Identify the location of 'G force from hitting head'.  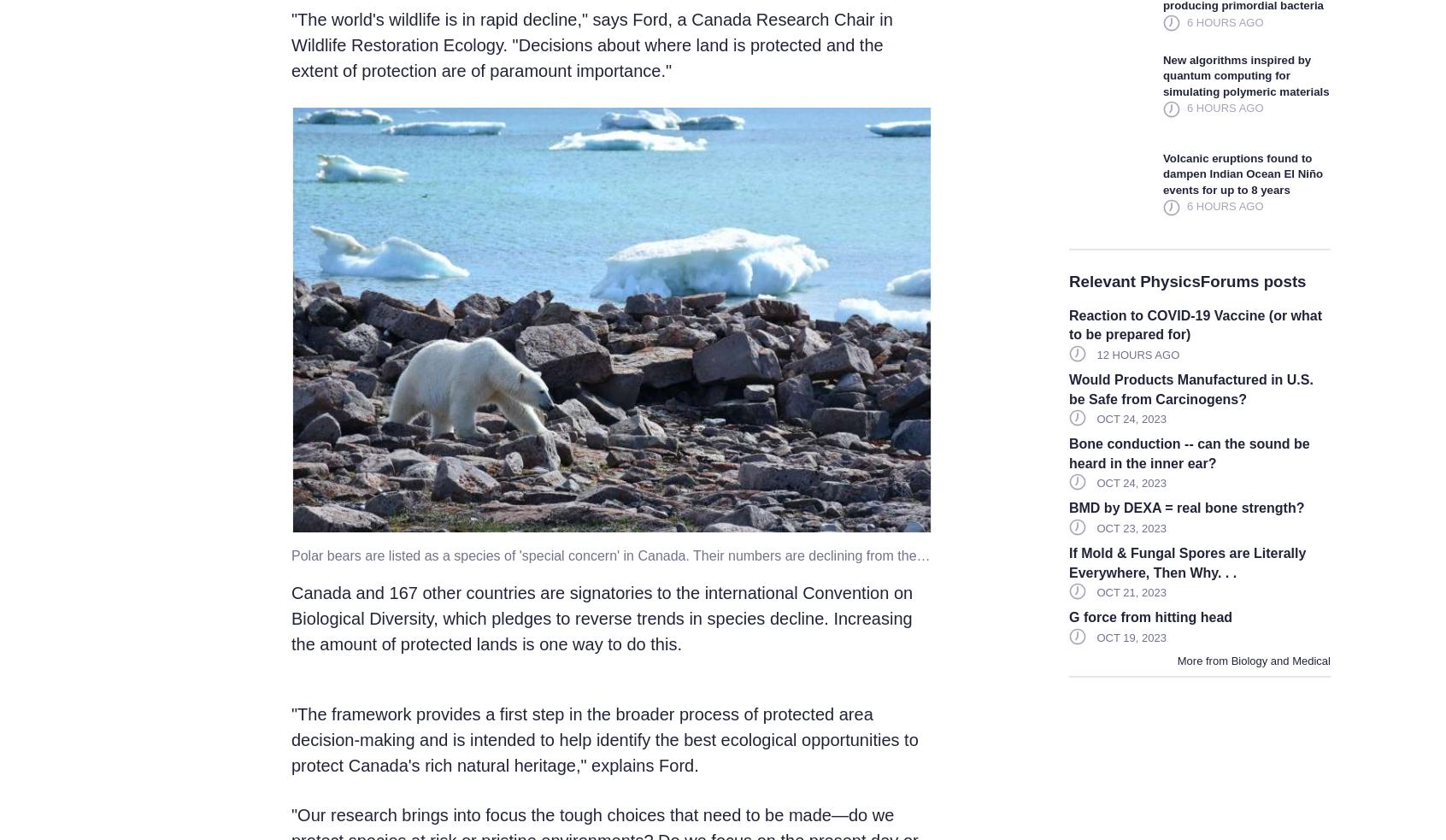
(1149, 616).